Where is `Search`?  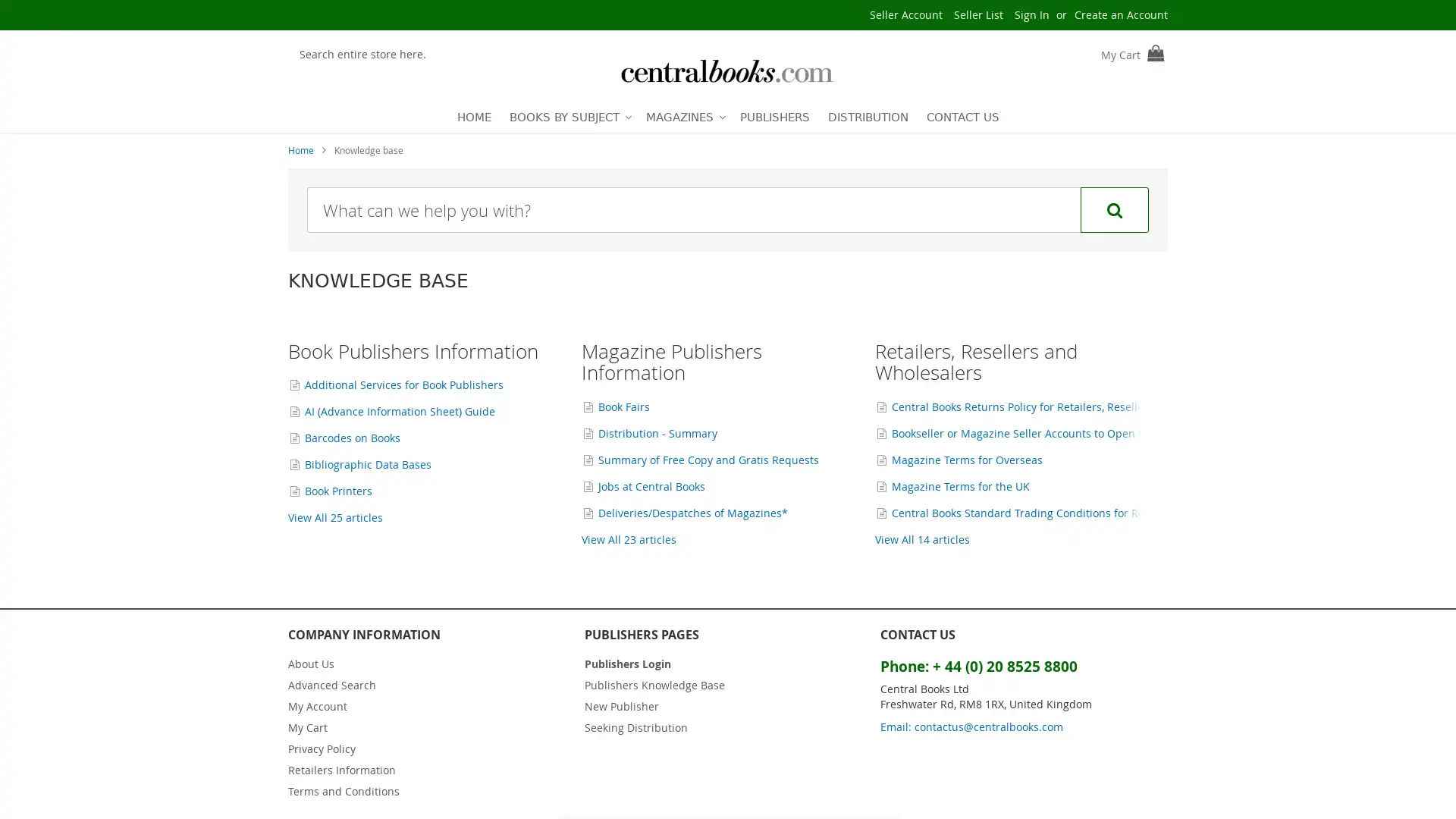 Search is located at coordinates (467, 52).